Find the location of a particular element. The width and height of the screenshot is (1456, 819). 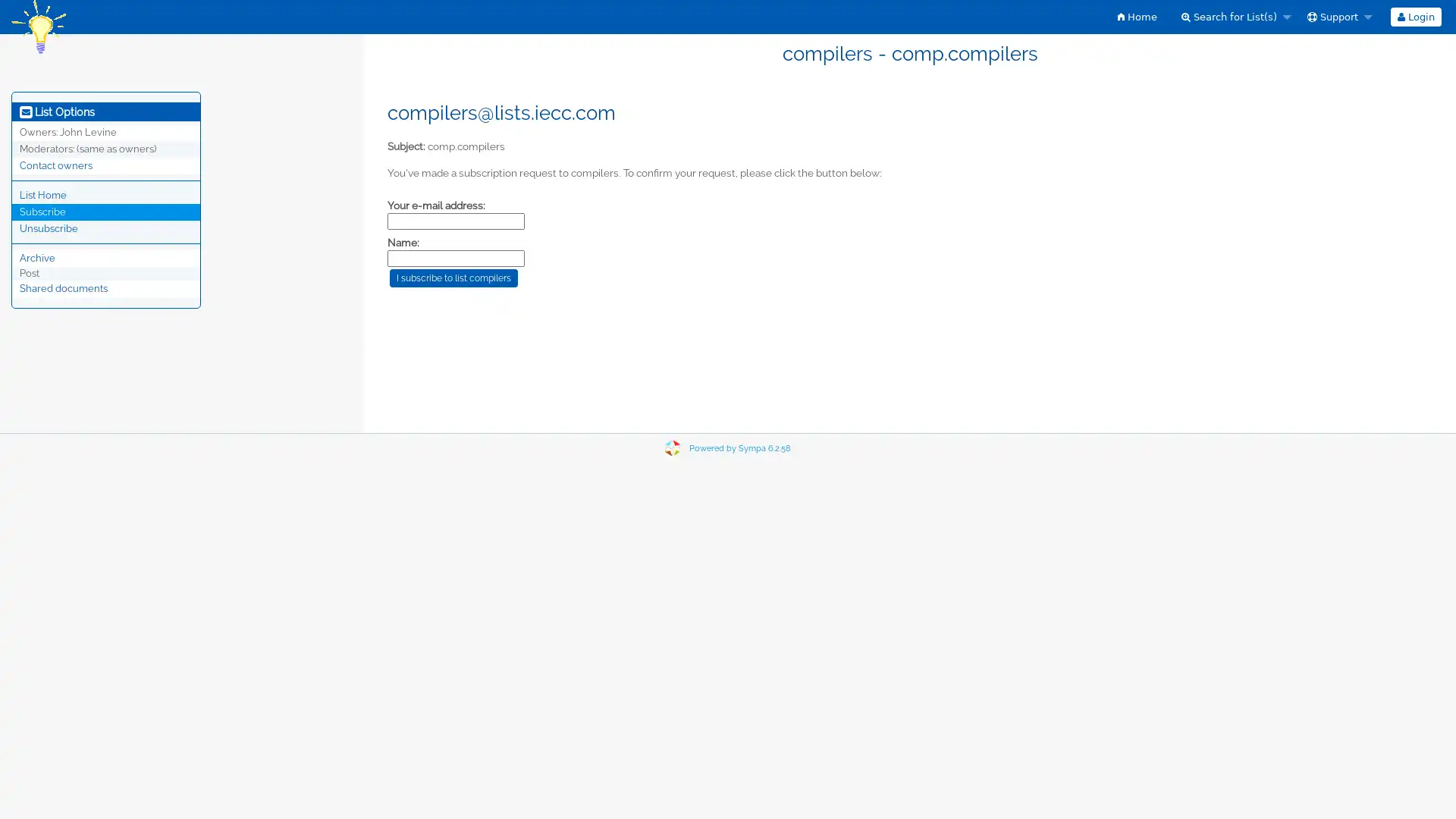

I subscribe to list compilers is located at coordinates (453, 278).